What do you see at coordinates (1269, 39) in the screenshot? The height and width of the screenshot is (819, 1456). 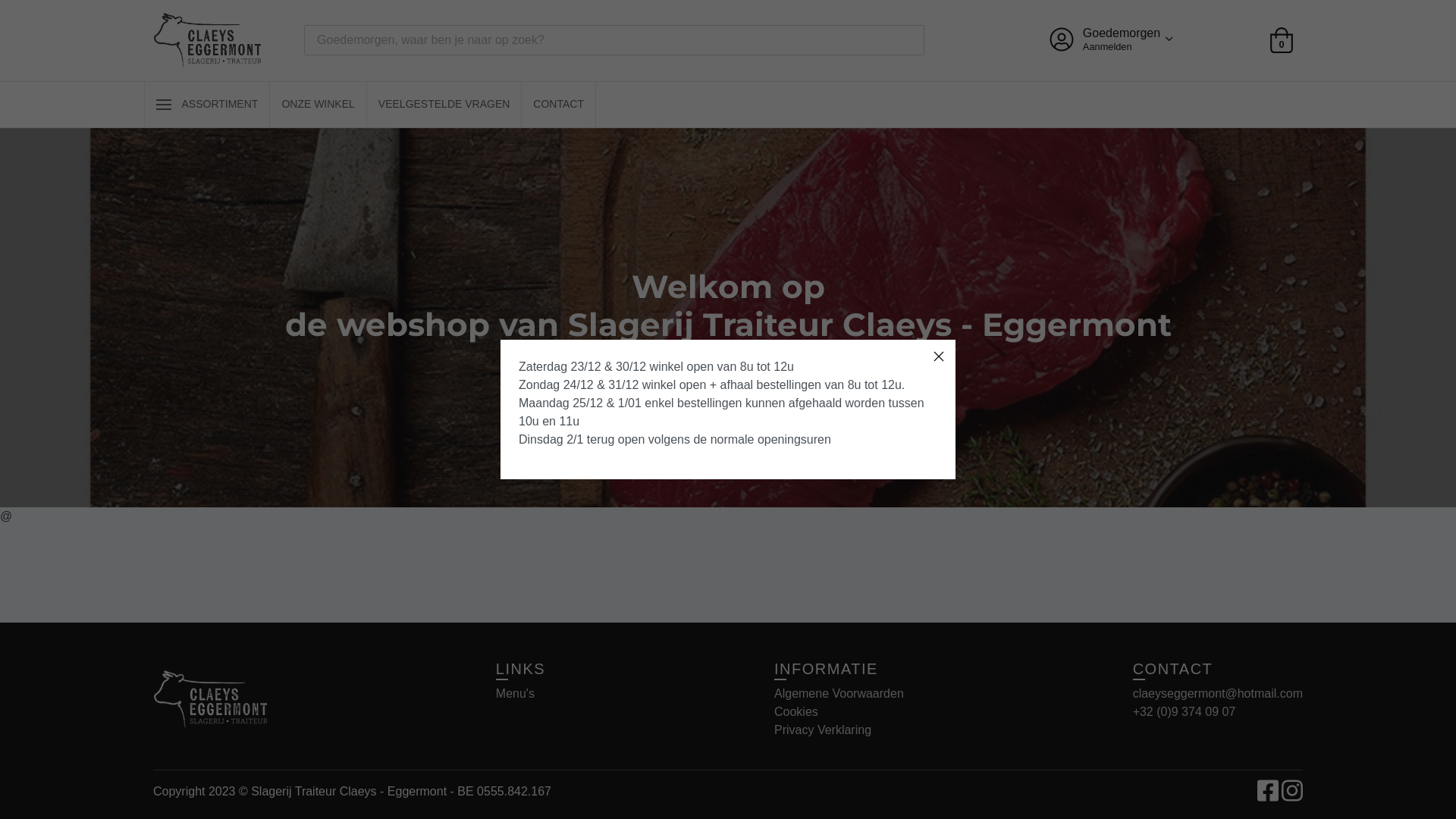 I see `'0'` at bounding box center [1269, 39].